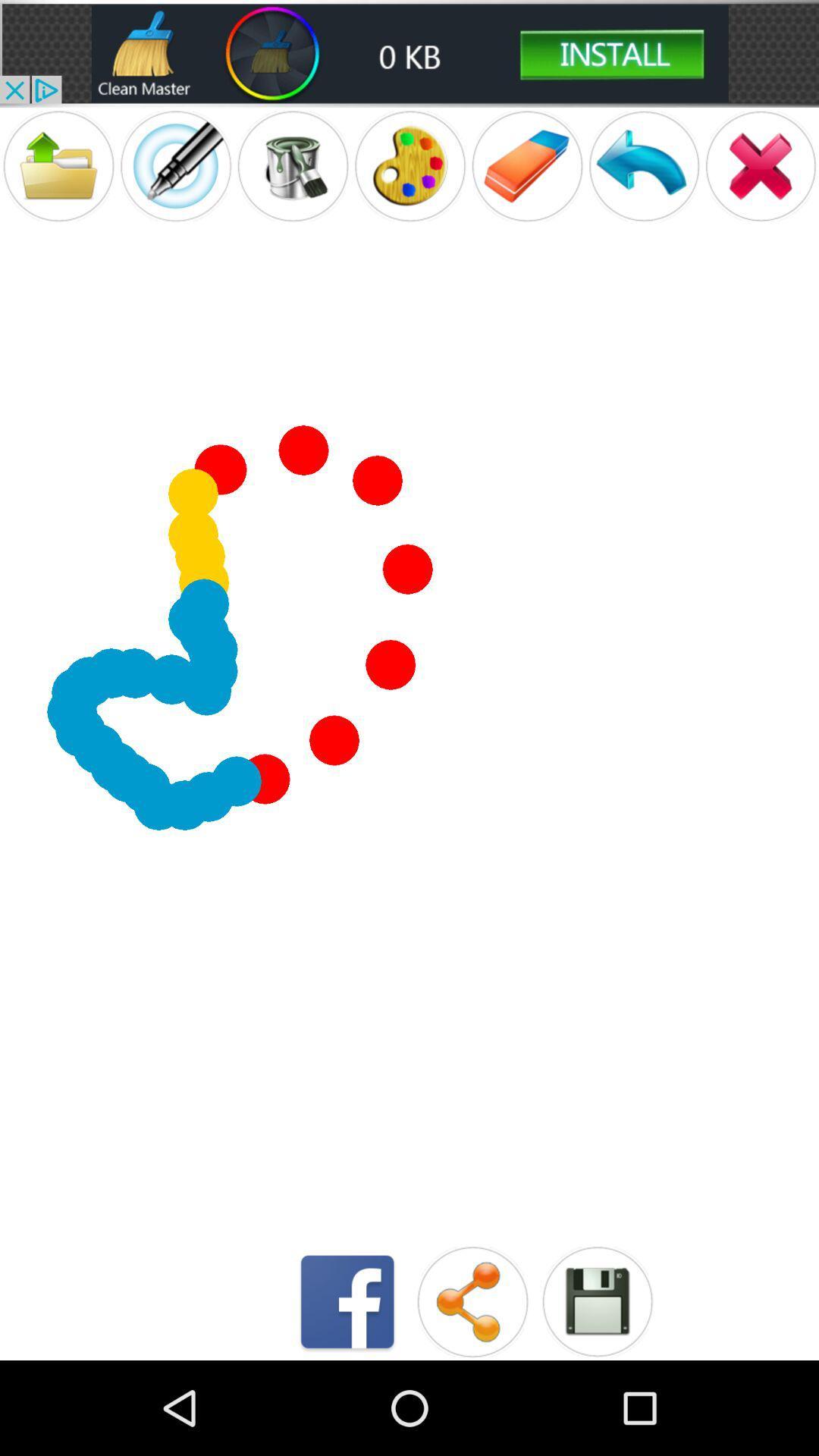 Image resolution: width=819 pixels, height=1456 pixels. I want to click on clean option, so click(409, 53).